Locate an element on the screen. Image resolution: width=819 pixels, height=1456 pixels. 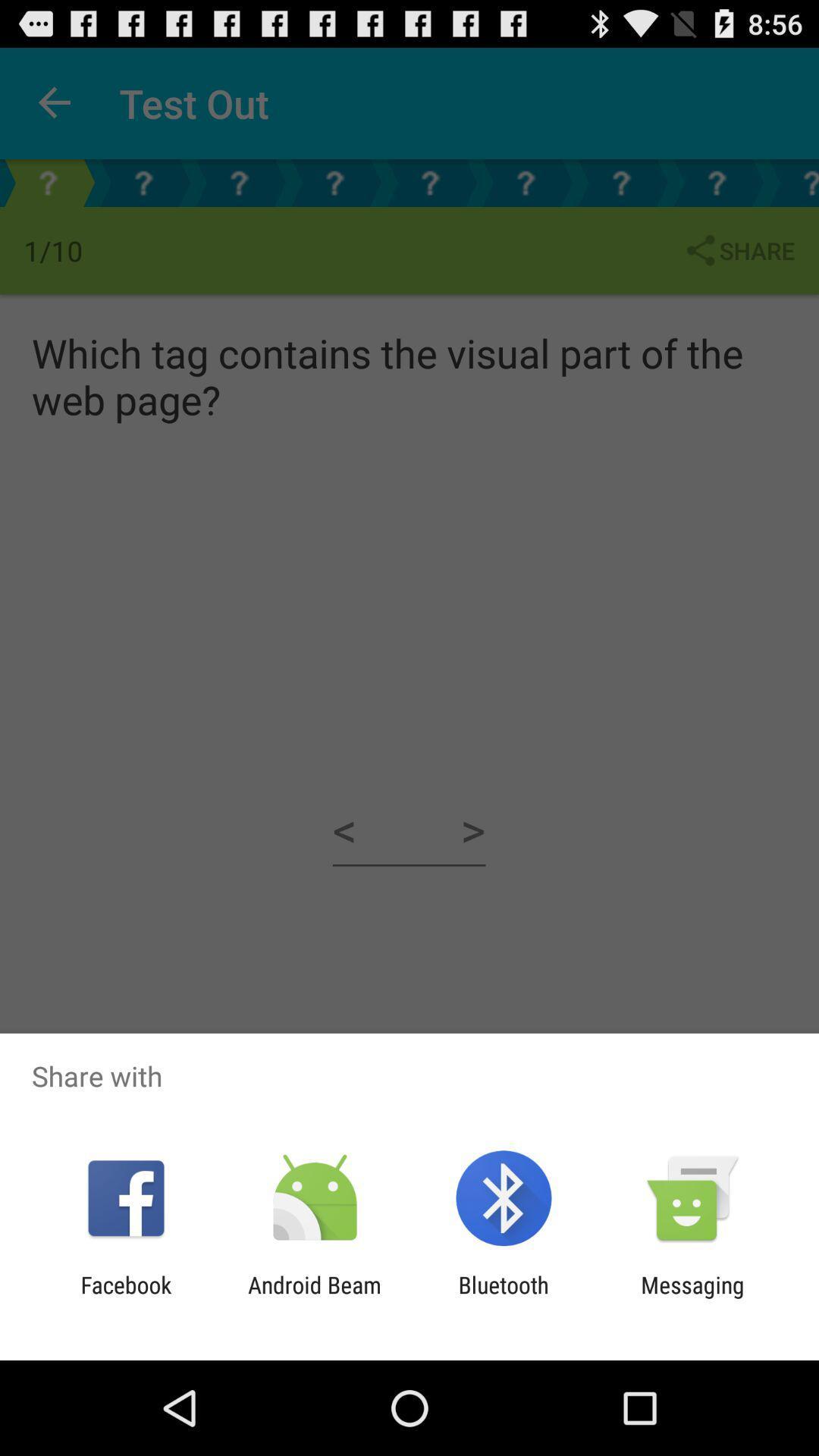
bluetooth item is located at coordinates (504, 1298).